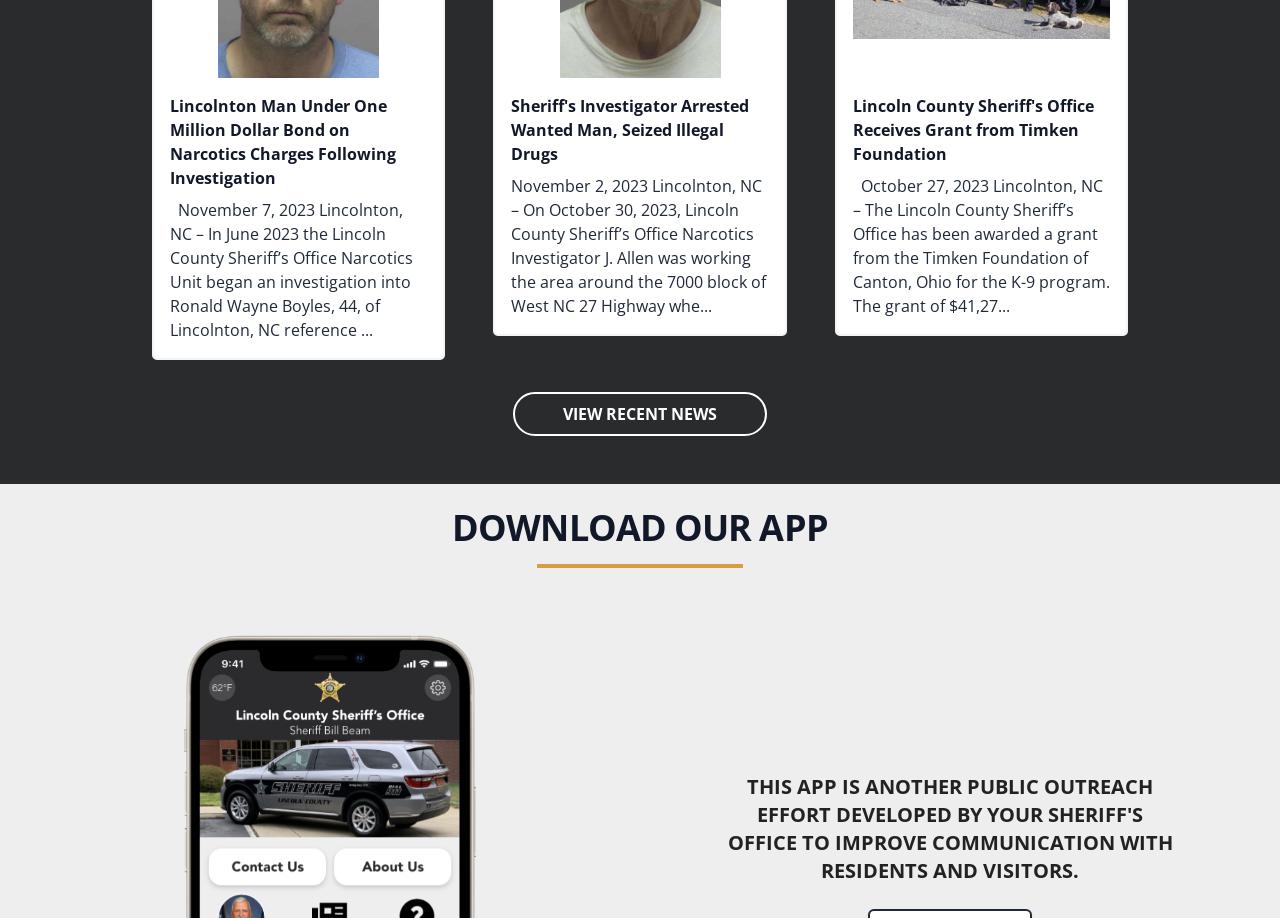  What do you see at coordinates (980, 244) in the screenshot?
I see `'October 27, 2023
Lincolnton, NC – The Lincoln County Sheriff’s Office has been awarded a grant from the Timken Foundation of Canton, Ohio for the K-9 program.
The grant of $41,27...'` at bounding box center [980, 244].